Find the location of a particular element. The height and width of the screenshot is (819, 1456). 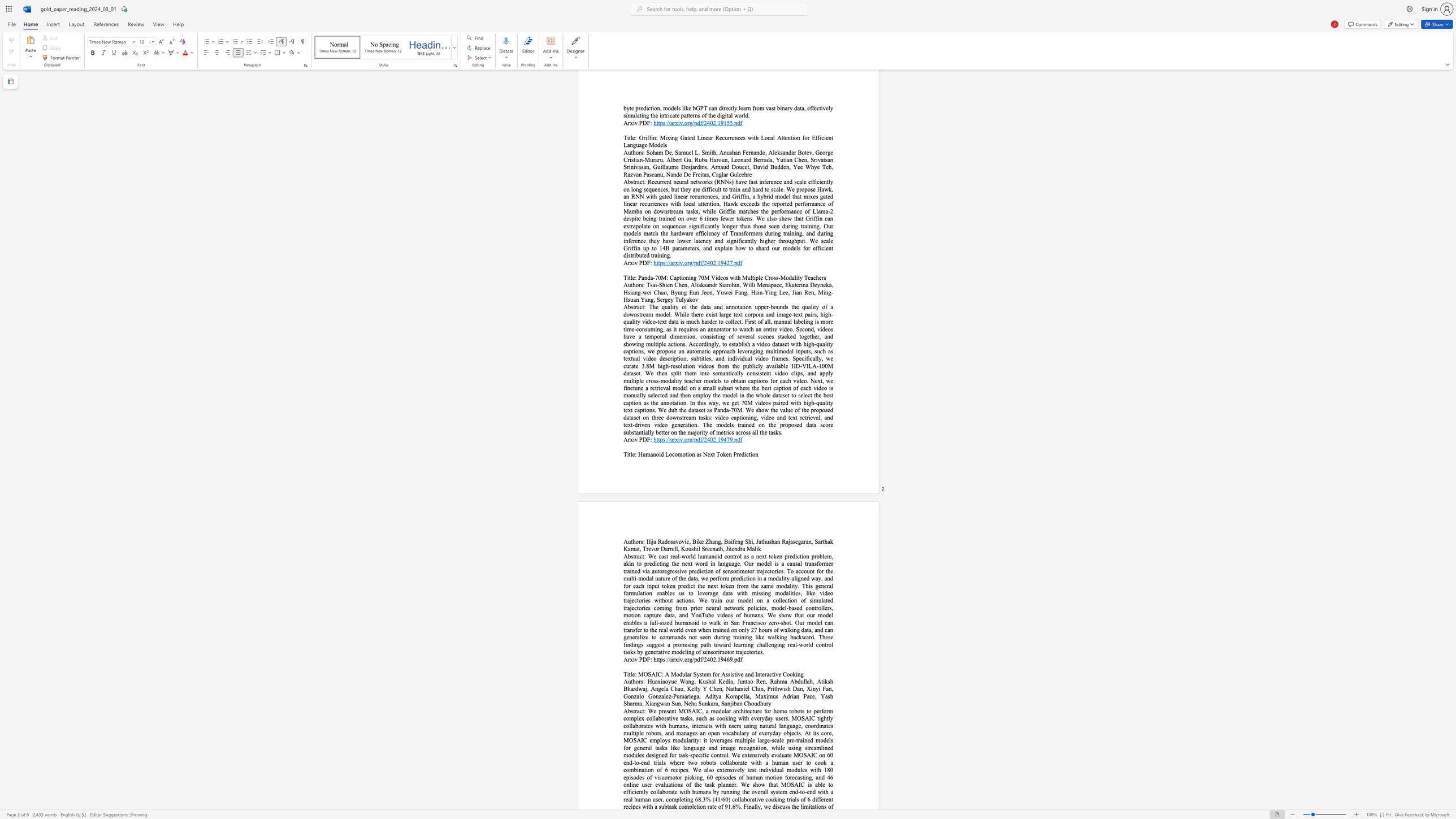

the subset text "ttps://a" within the text "https://arxiv.org/pdf/2402.19469.pdf" is located at coordinates (656, 659).